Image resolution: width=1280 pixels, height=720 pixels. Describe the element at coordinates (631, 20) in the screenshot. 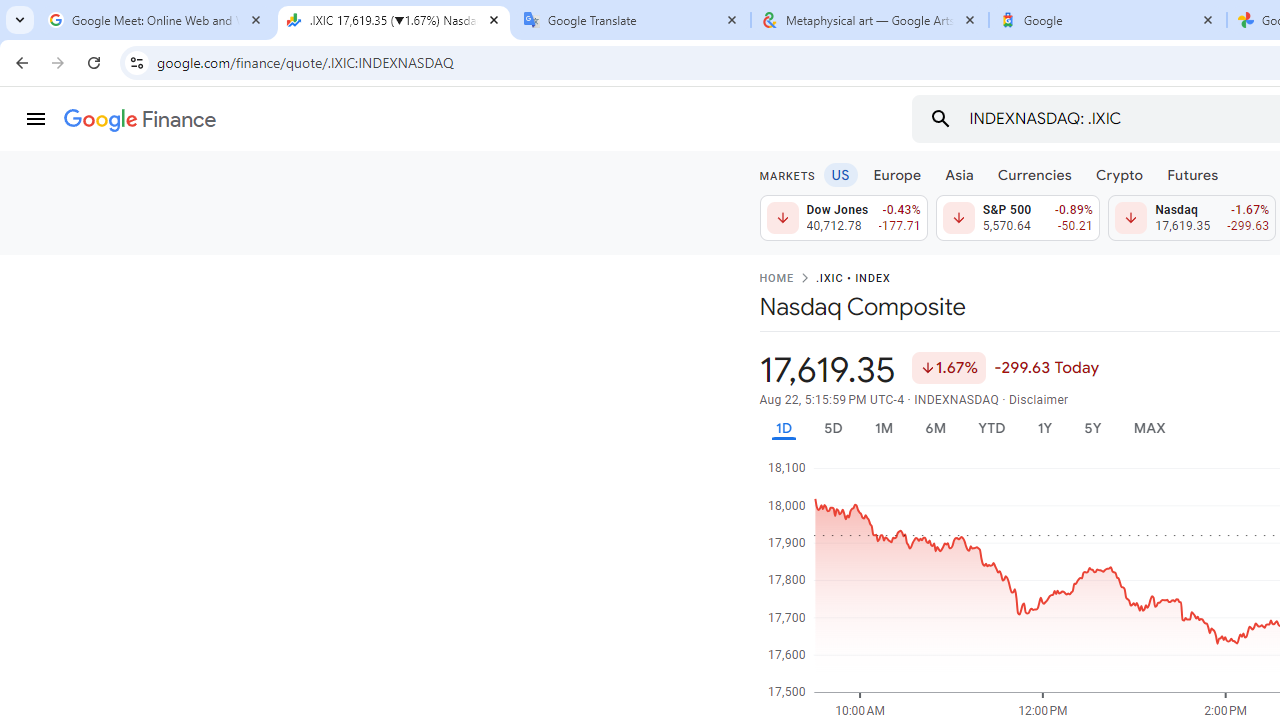

I see `'Google Translate'` at that location.